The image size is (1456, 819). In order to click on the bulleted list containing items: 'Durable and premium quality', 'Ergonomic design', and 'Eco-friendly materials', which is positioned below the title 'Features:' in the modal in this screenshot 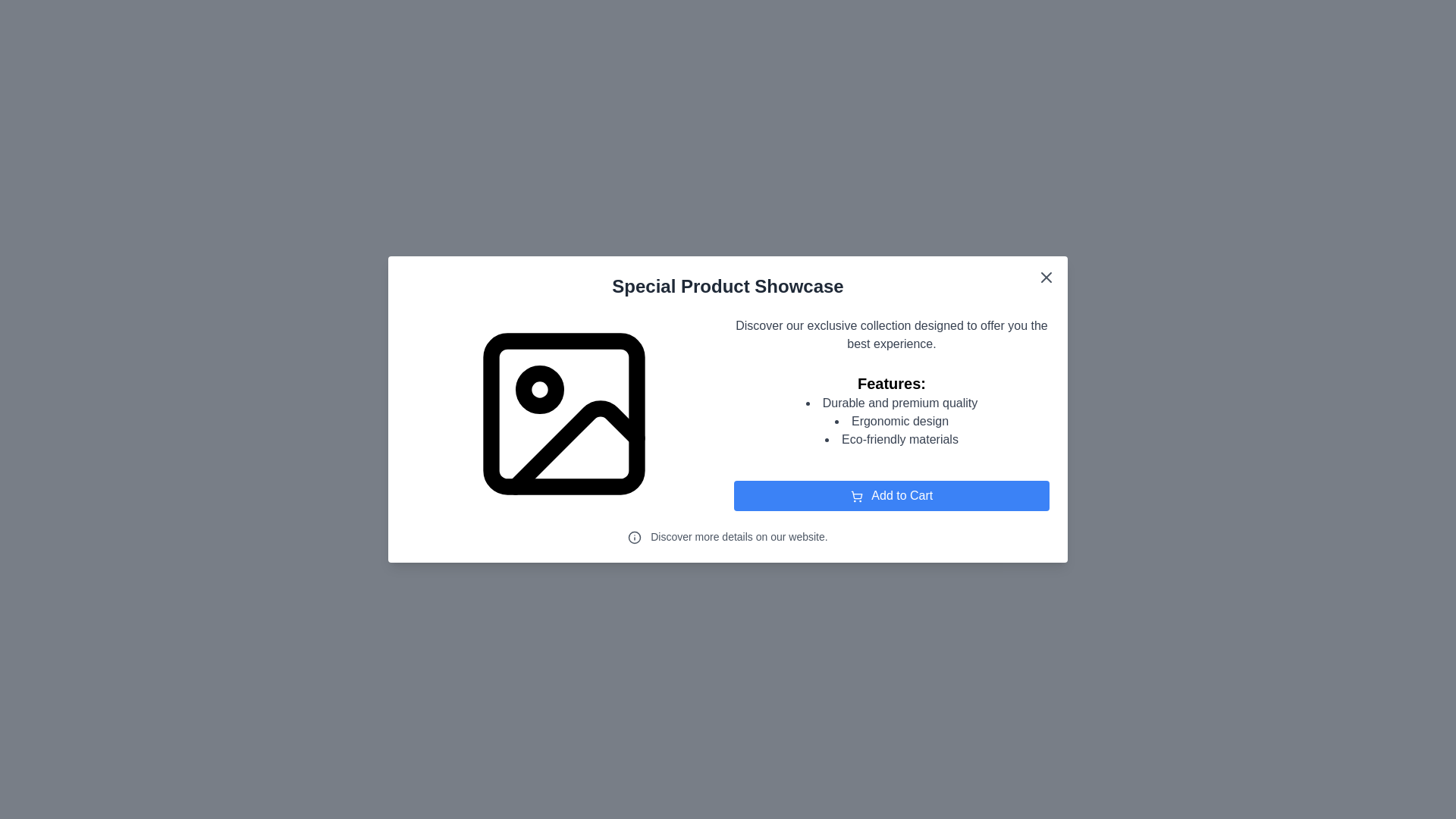, I will do `click(892, 421)`.